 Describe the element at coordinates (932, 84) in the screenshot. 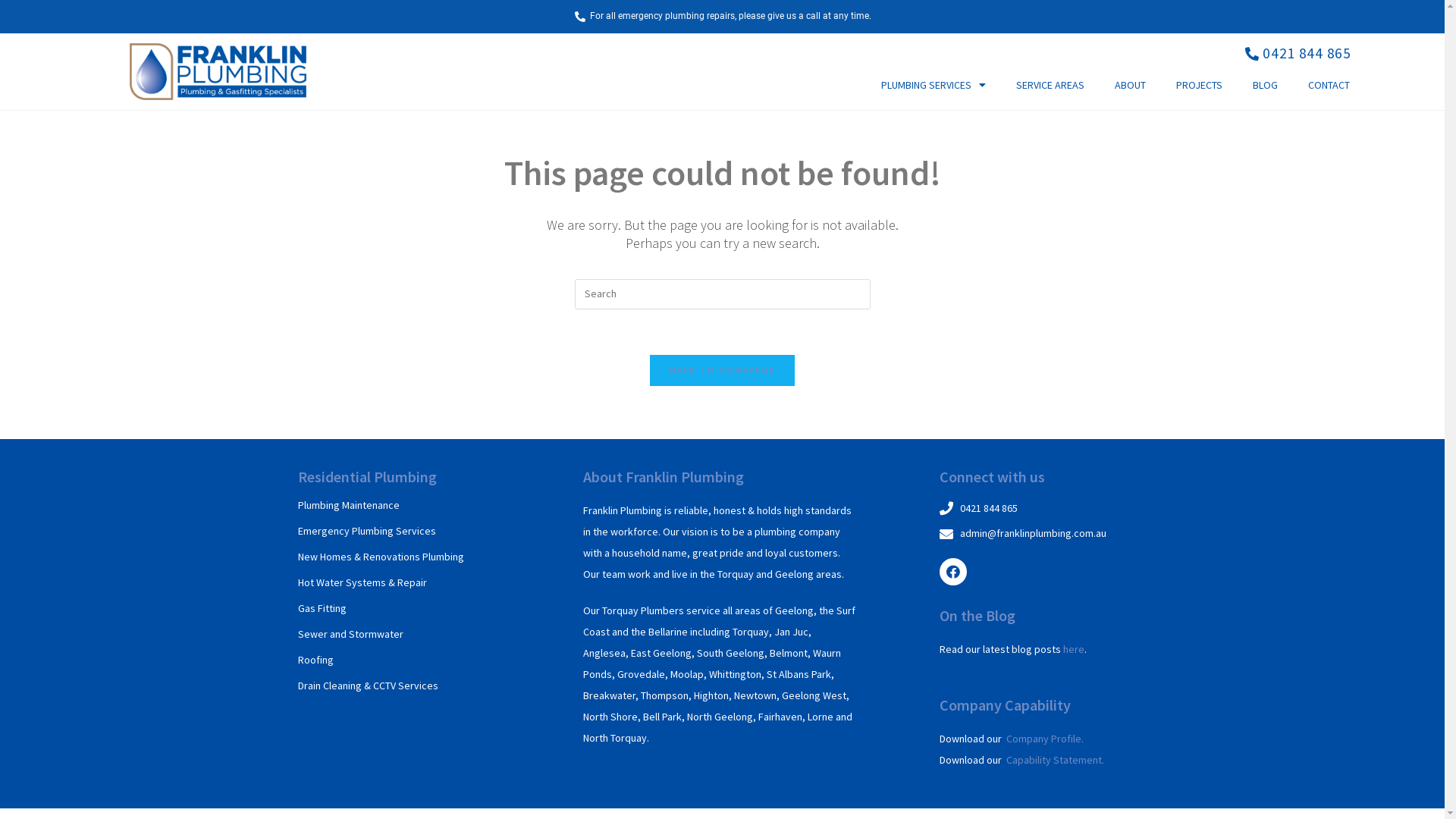

I see `'PLUMBING SERVICES'` at that location.